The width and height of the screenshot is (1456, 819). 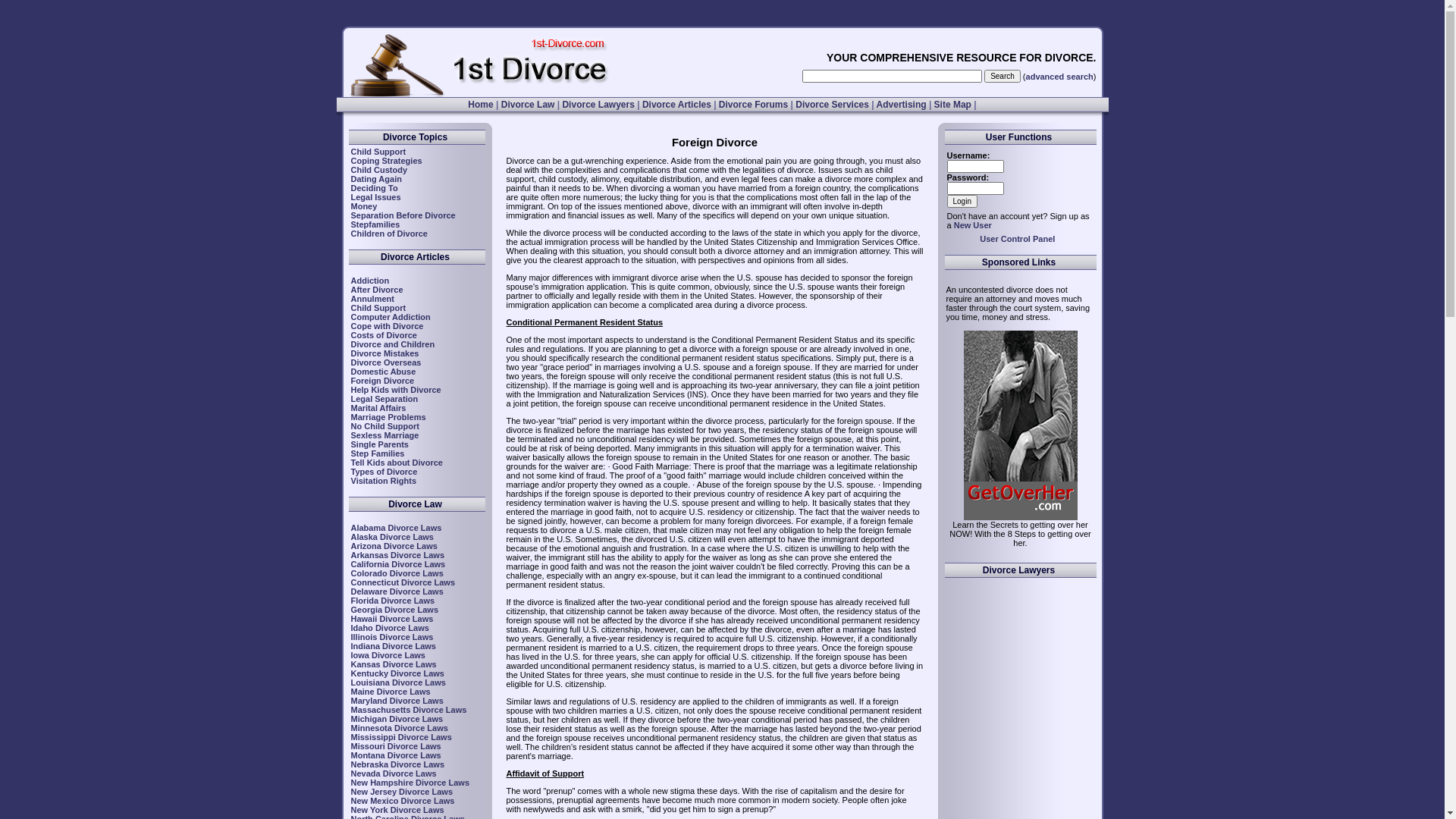 I want to click on 'Deciding To', so click(x=374, y=187).